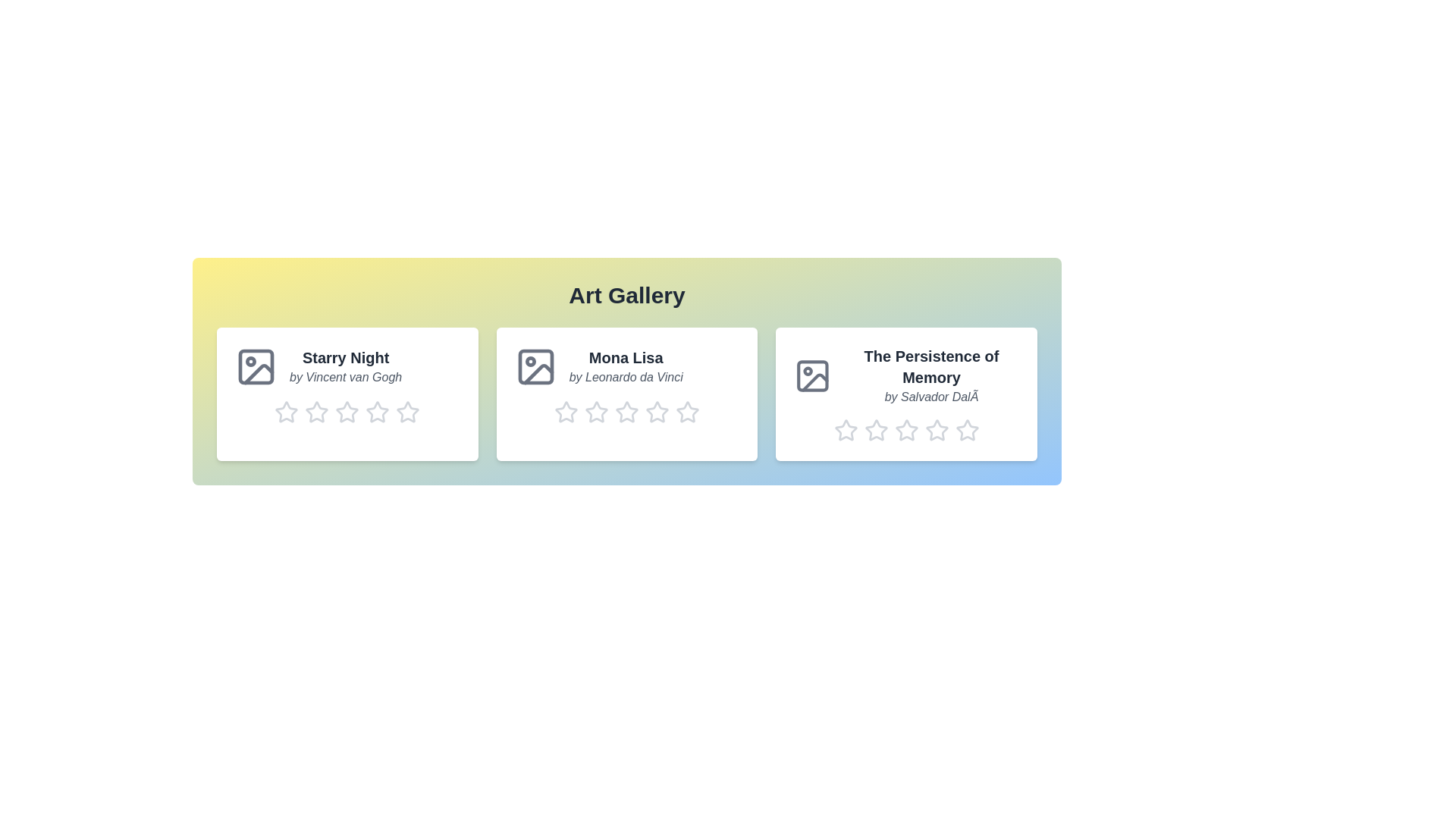  Describe the element at coordinates (686, 412) in the screenshot. I see `the rating for the artwork 'Mona Lisa' to 5 stars` at that location.